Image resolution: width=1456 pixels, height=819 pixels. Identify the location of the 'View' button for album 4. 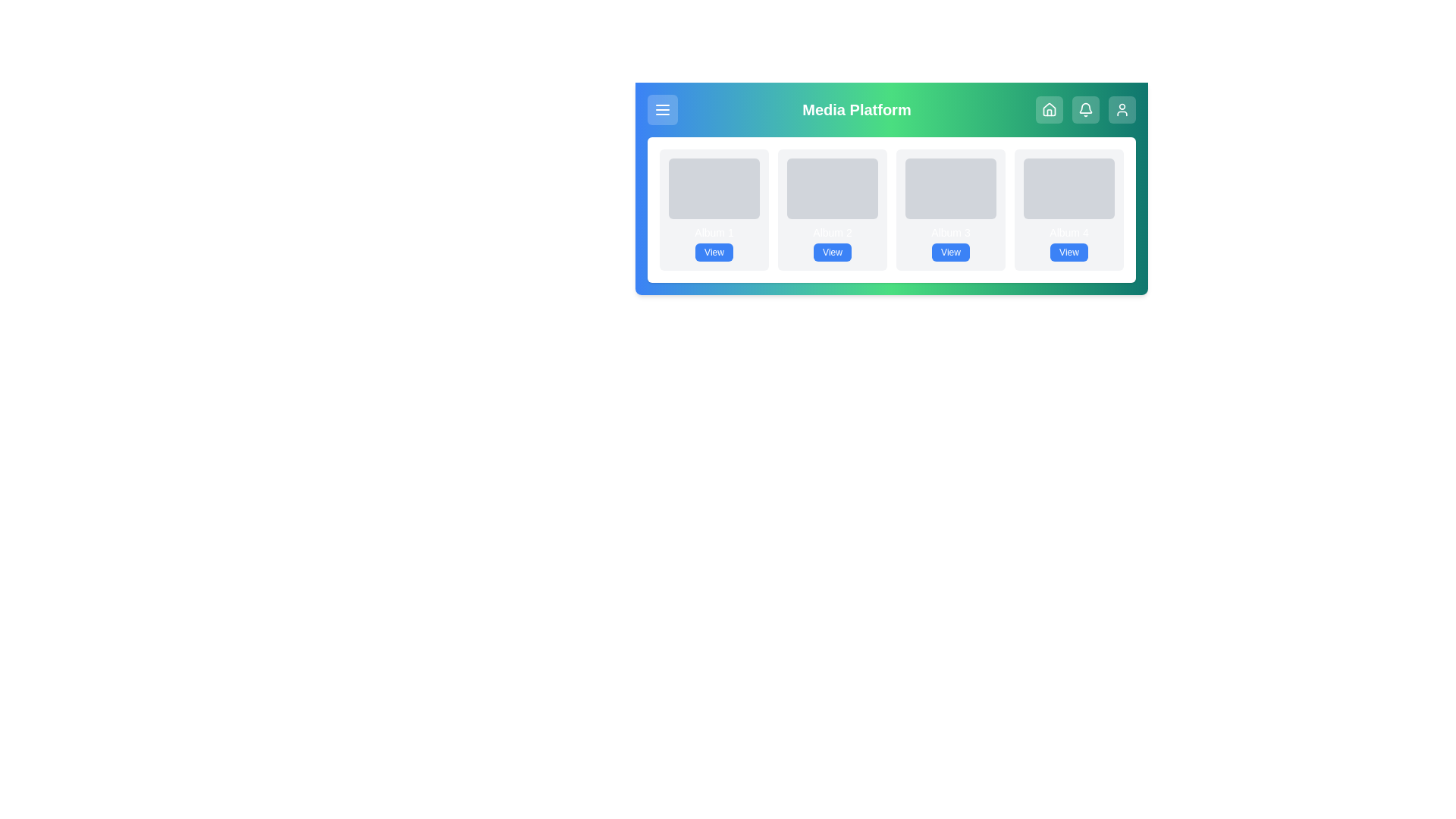
(1068, 251).